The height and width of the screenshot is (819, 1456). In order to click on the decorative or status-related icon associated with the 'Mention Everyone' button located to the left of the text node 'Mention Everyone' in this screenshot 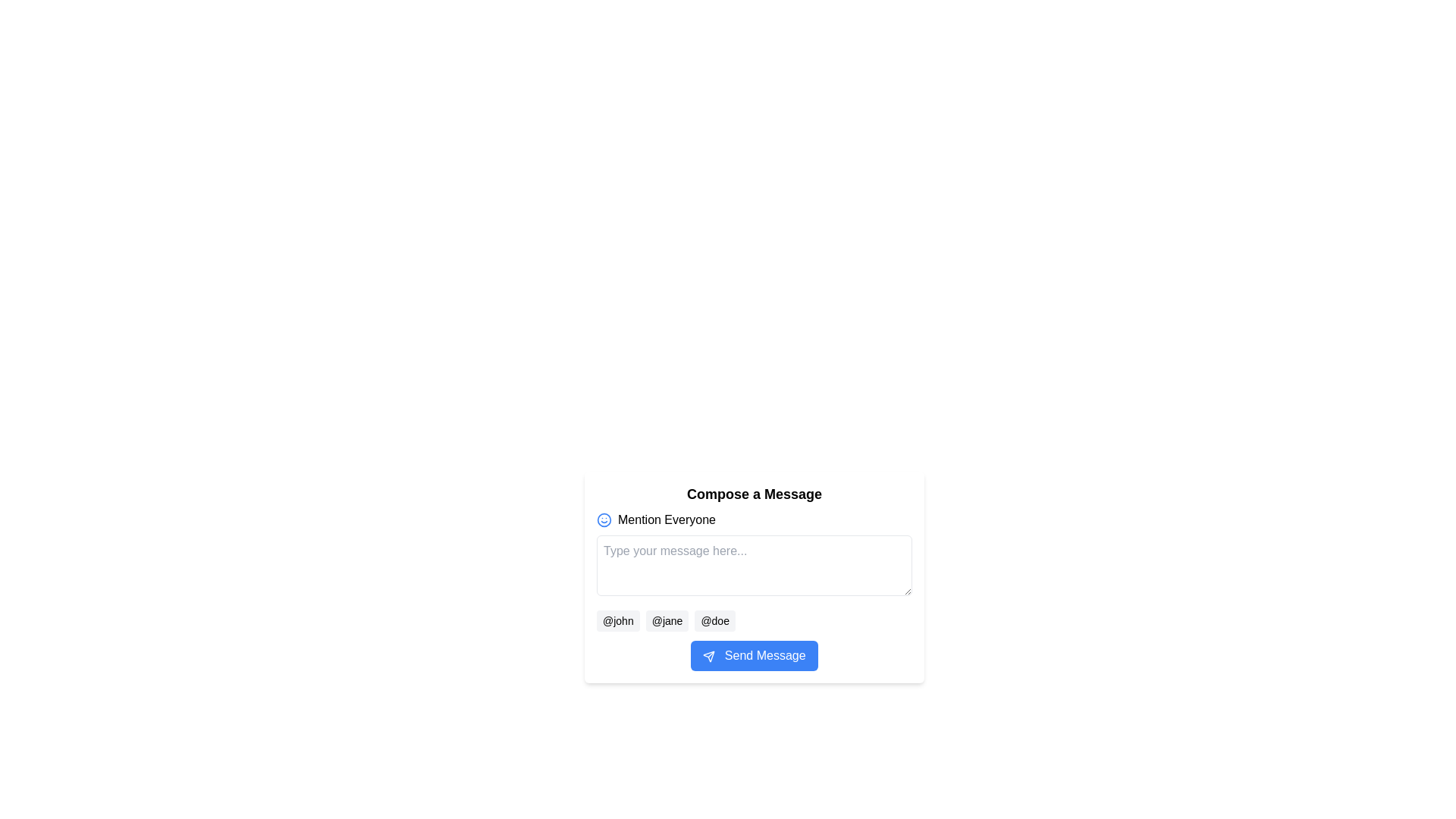, I will do `click(603, 519)`.